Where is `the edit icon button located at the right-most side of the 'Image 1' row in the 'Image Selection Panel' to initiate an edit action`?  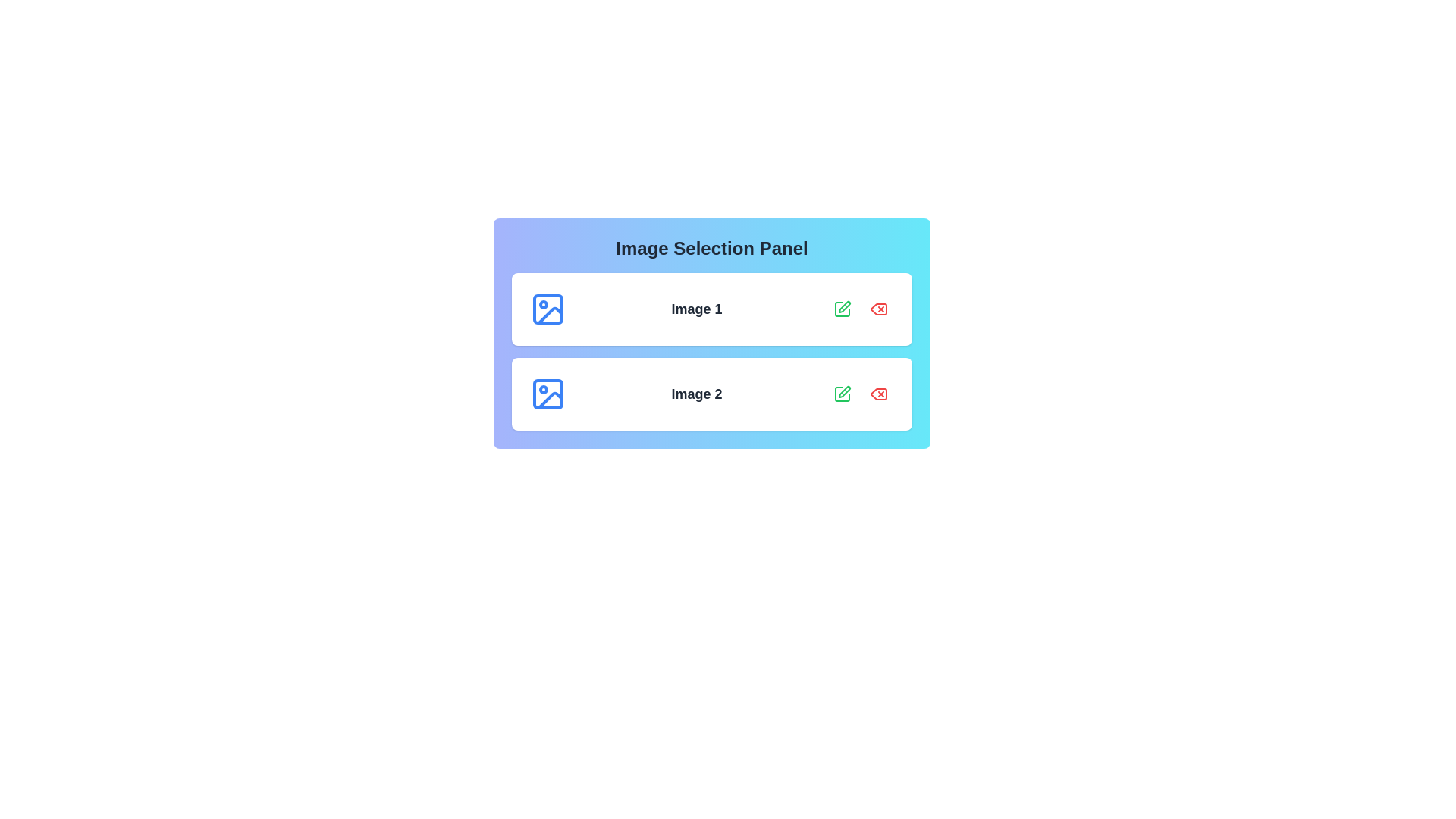 the edit icon button located at the right-most side of the 'Image 1' row in the 'Image Selection Panel' to initiate an edit action is located at coordinates (843, 307).